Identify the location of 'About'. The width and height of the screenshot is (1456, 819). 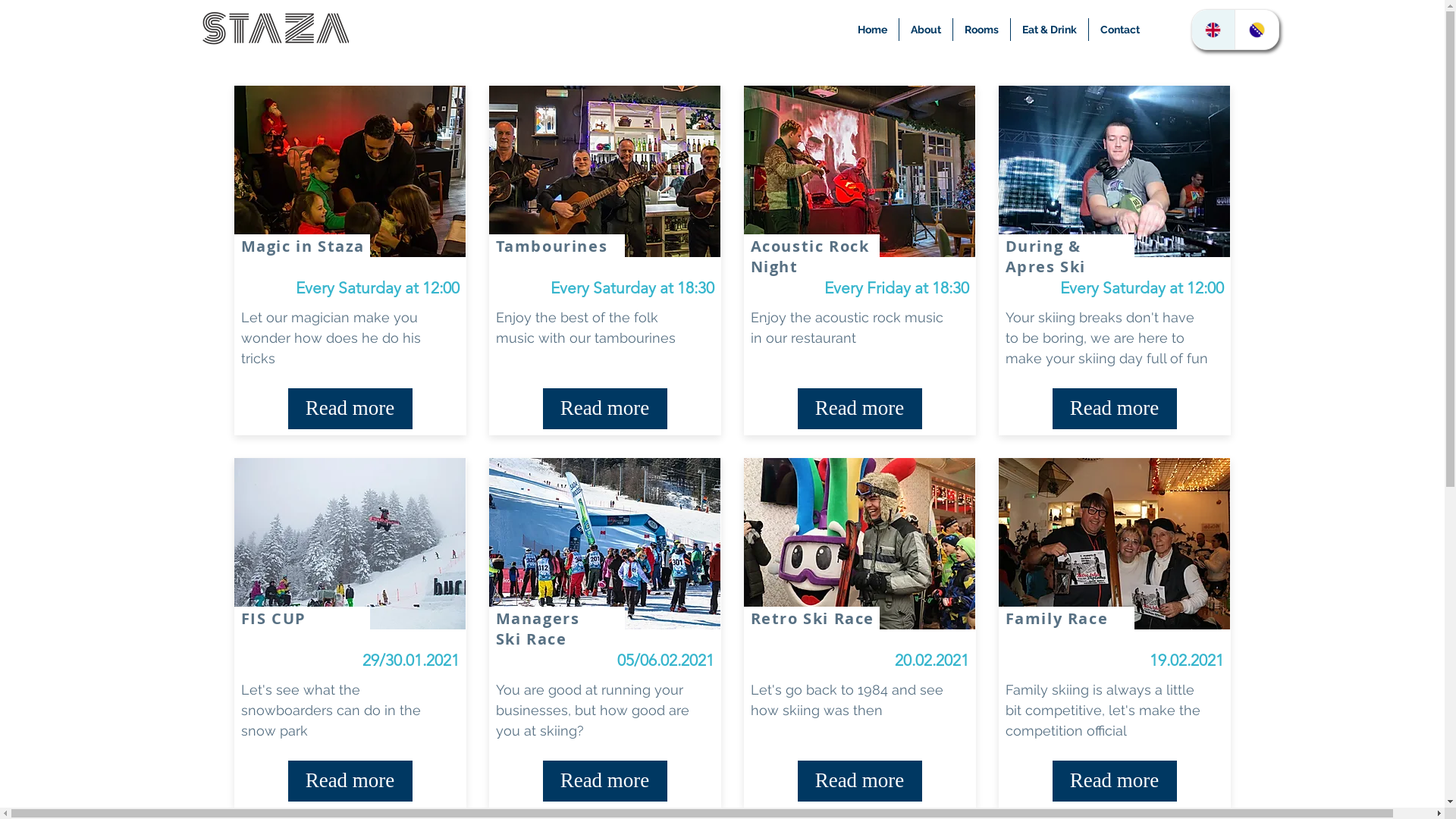
(924, 29).